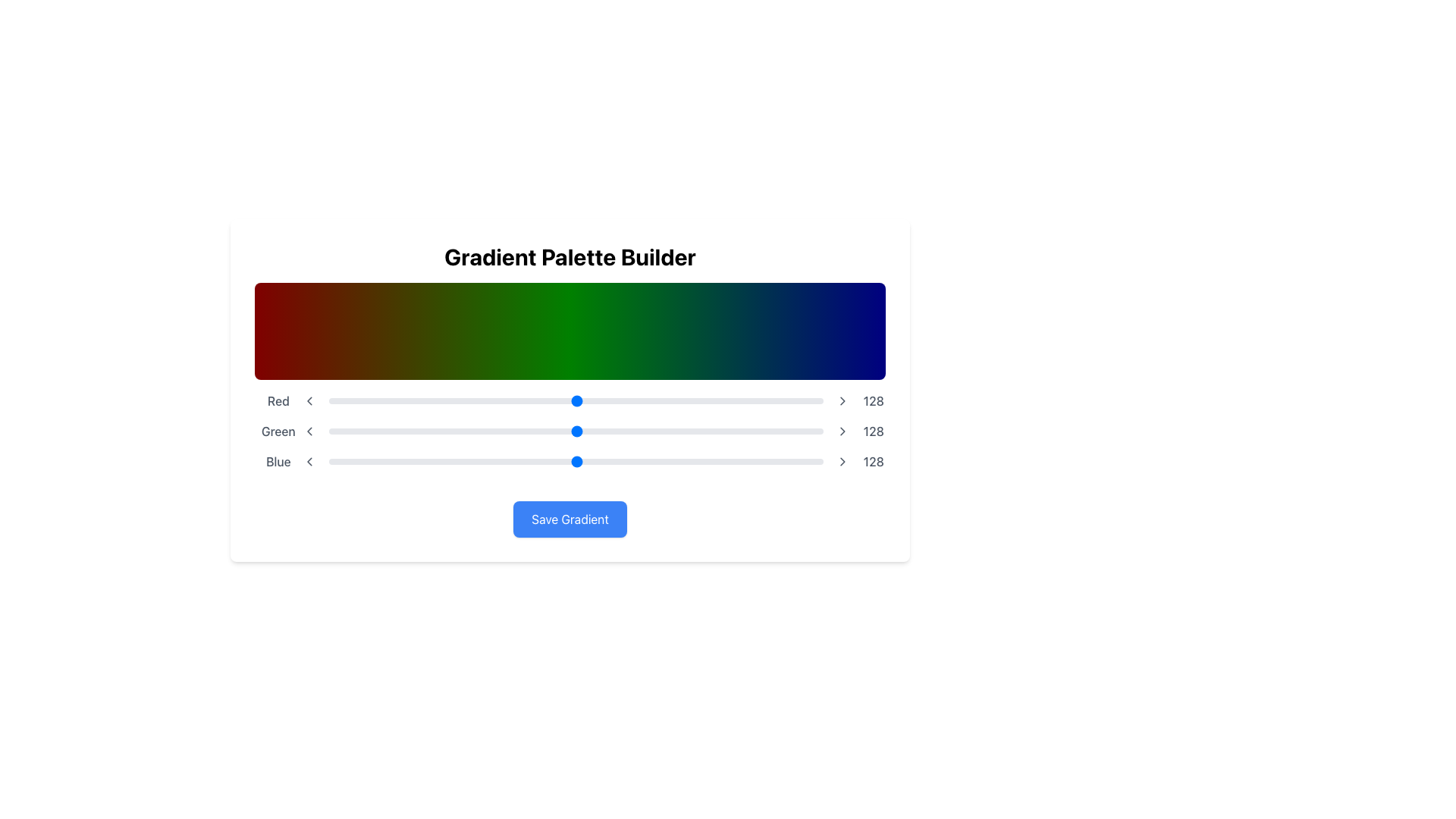 The width and height of the screenshot is (1456, 819). What do you see at coordinates (491, 458) in the screenshot?
I see `the blue color intensity` at bounding box center [491, 458].